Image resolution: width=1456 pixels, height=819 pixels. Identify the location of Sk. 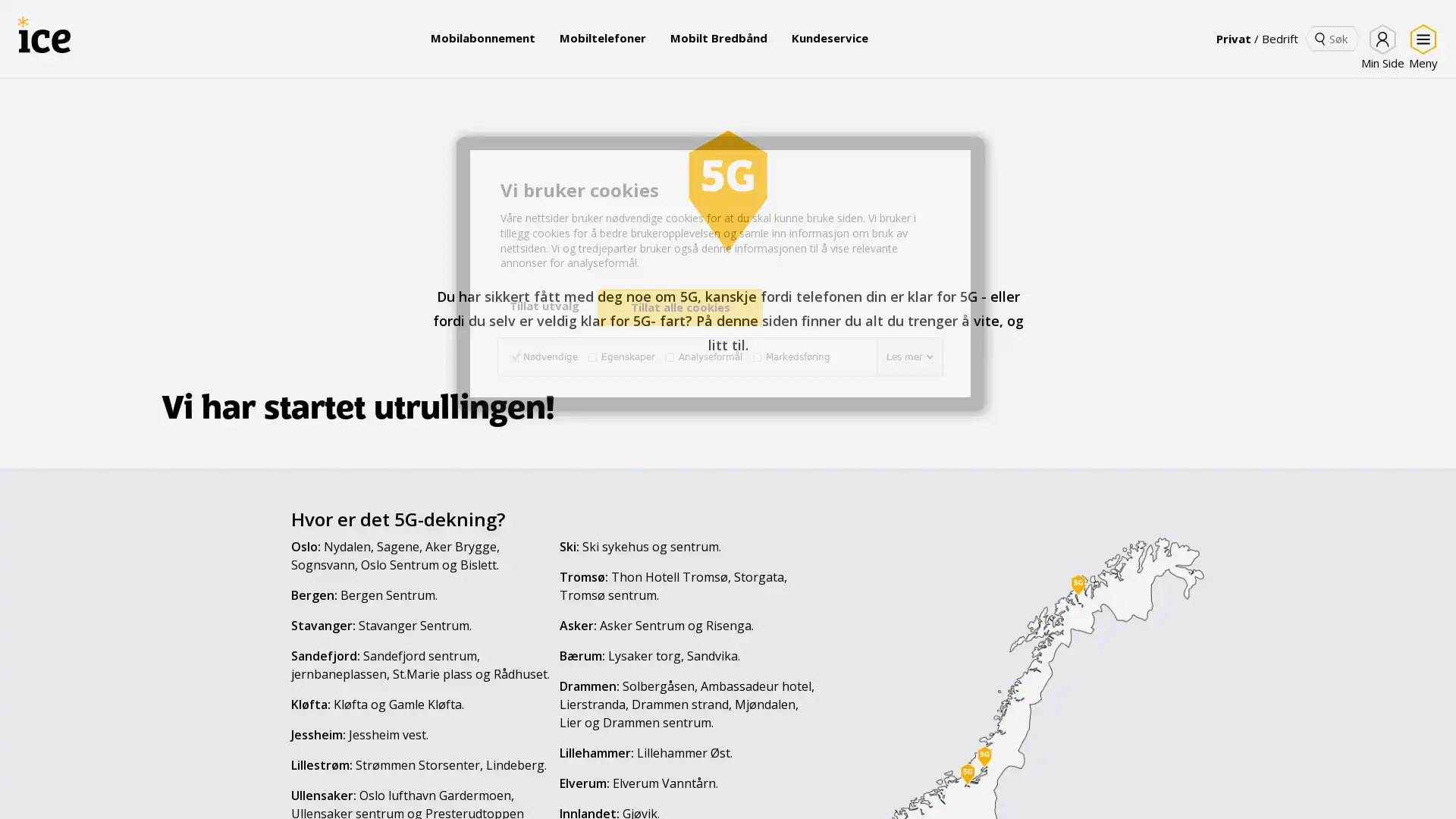
(1319, 37).